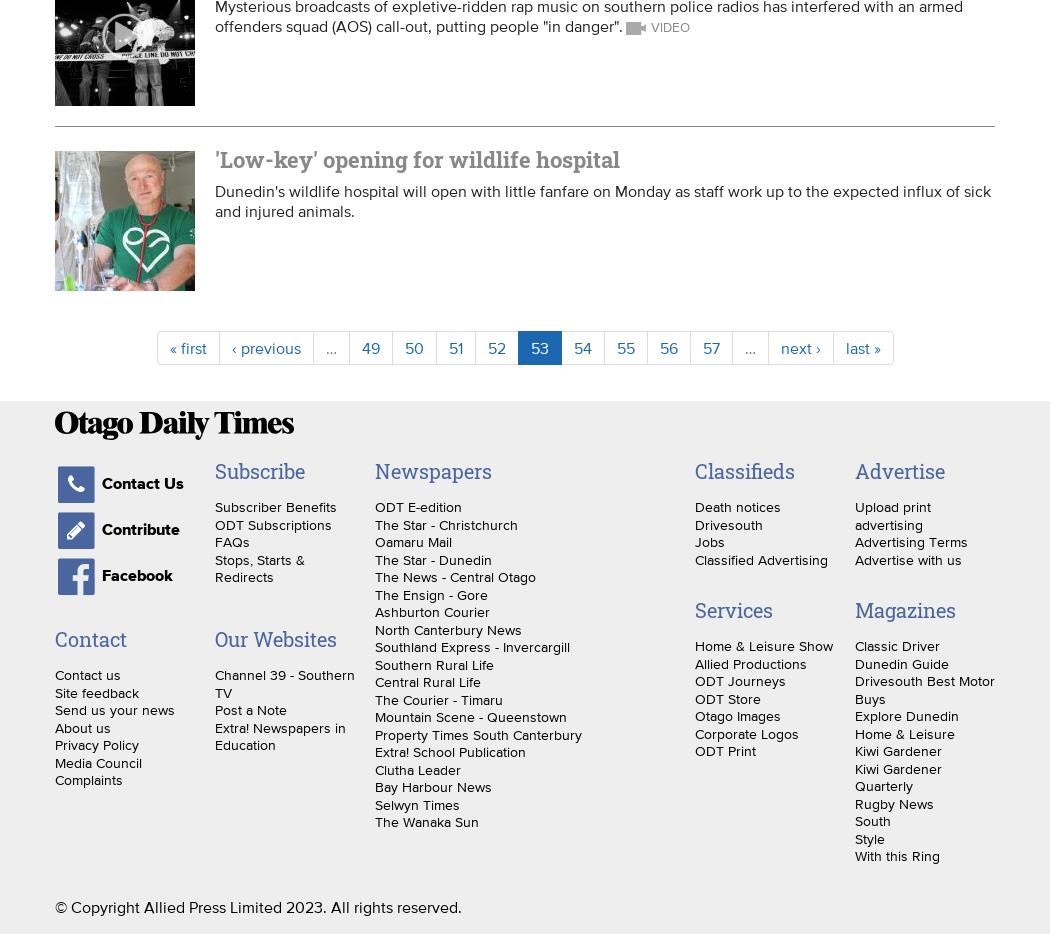  Describe the element at coordinates (373, 558) in the screenshot. I see `'The Star - Dunedin'` at that location.